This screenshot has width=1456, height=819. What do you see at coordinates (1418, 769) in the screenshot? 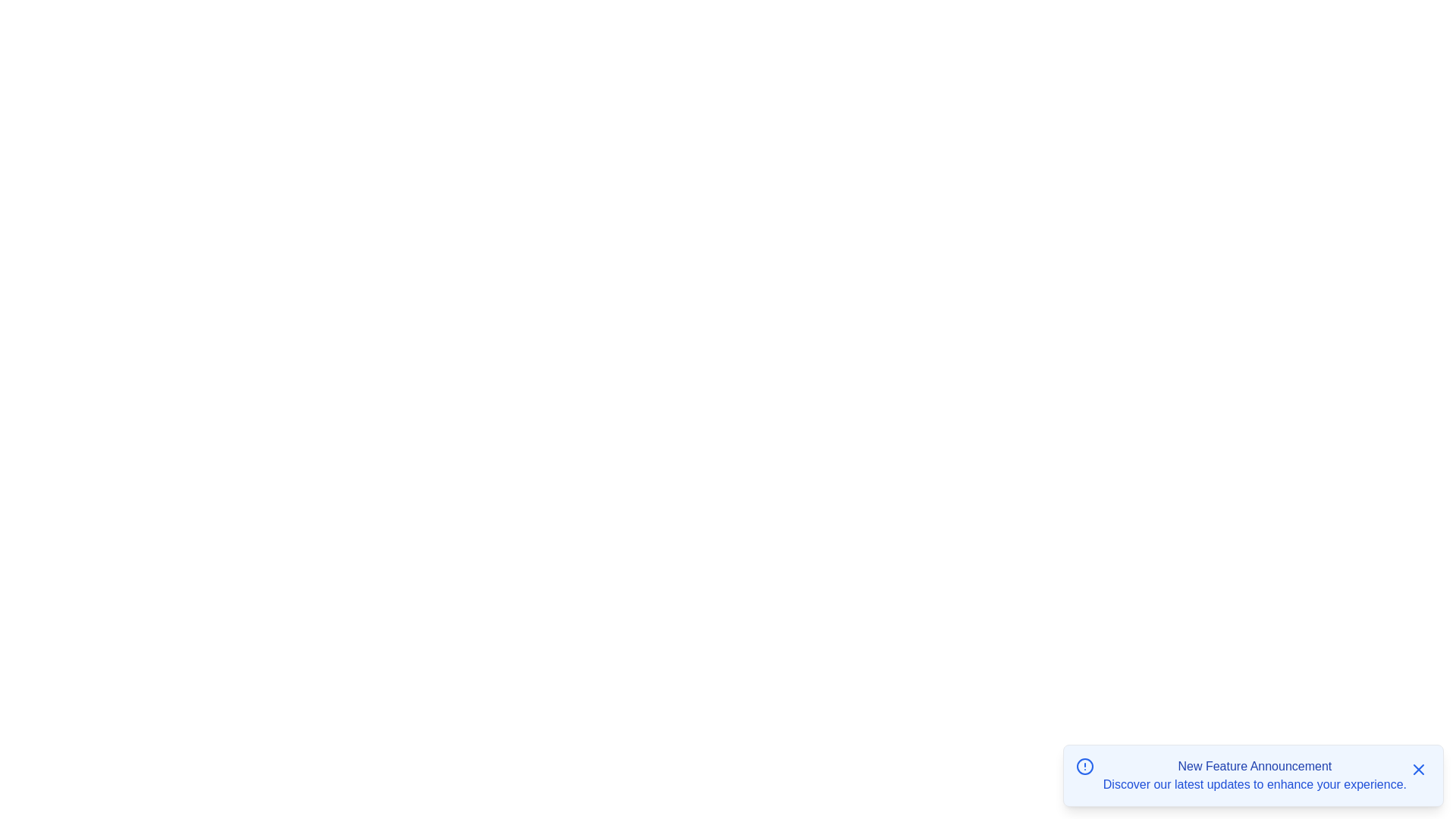
I see `the 'X' button to close the notification` at bounding box center [1418, 769].